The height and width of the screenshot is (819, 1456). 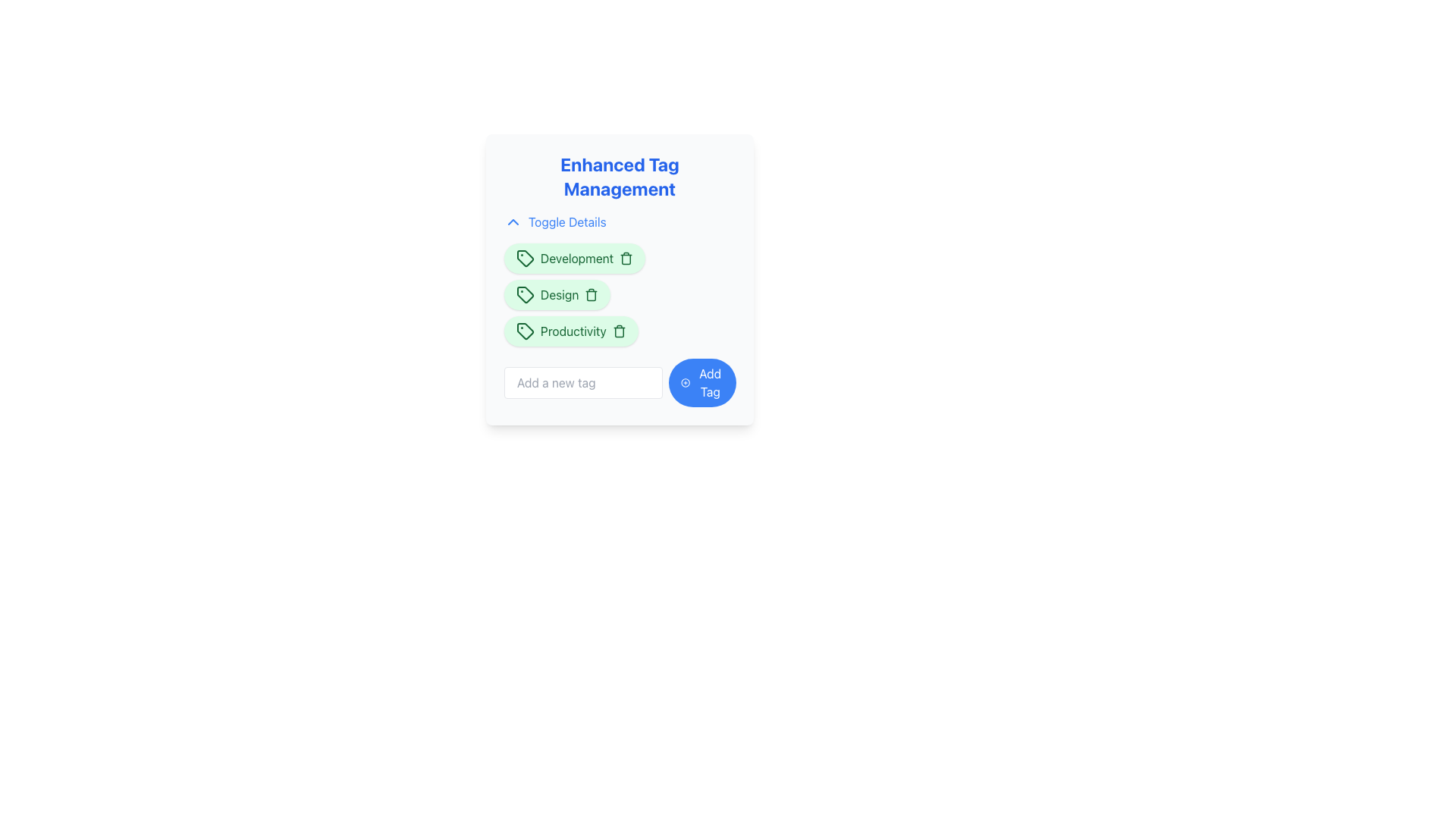 What do you see at coordinates (620, 324) in the screenshot?
I see `the green 'Productivity' tag label` at bounding box center [620, 324].